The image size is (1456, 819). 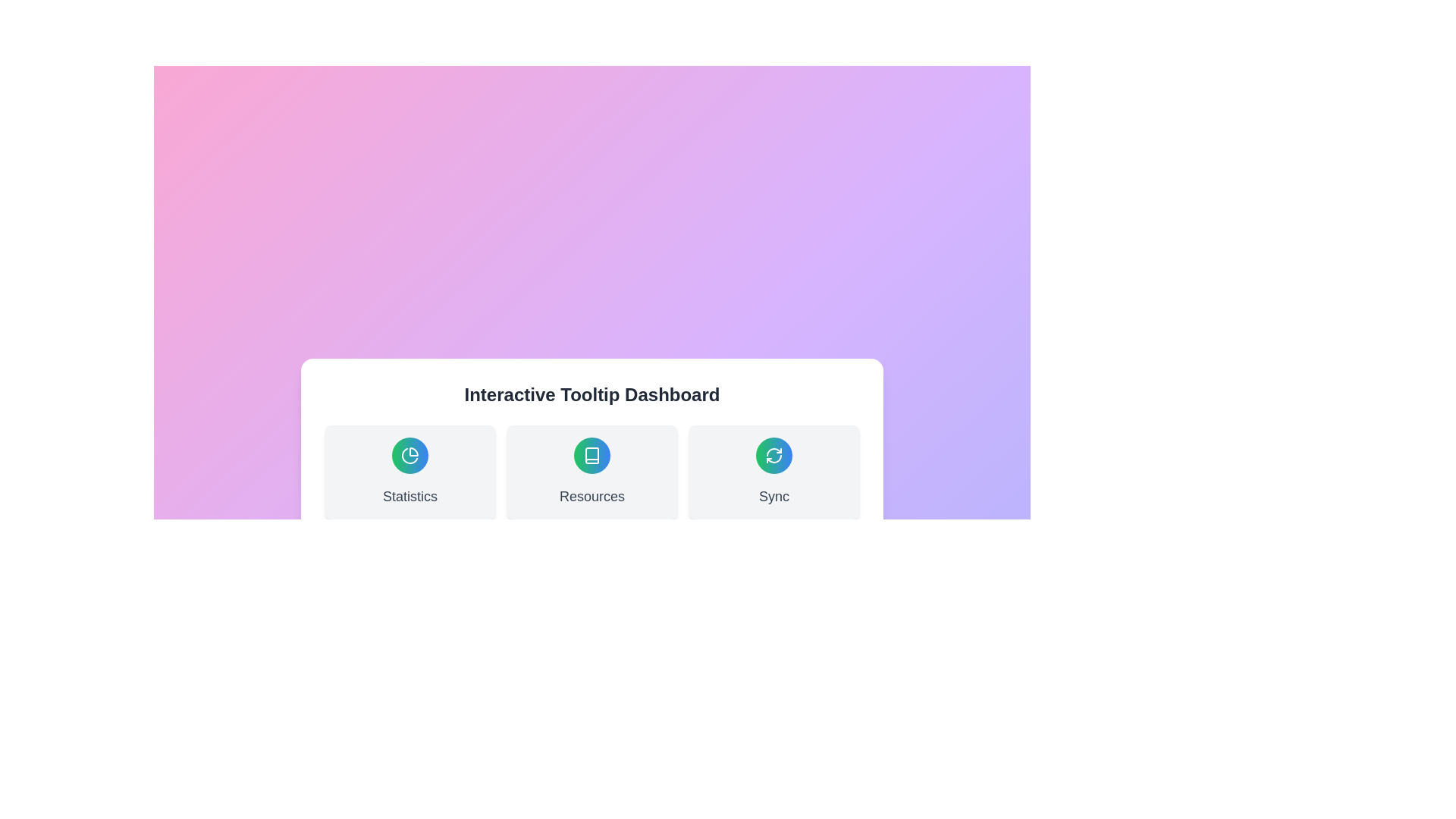 What do you see at coordinates (410, 455) in the screenshot?
I see `the pie chart icon button located in the leftmost position of the row in the 'Statistics' section` at bounding box center [410, 455].